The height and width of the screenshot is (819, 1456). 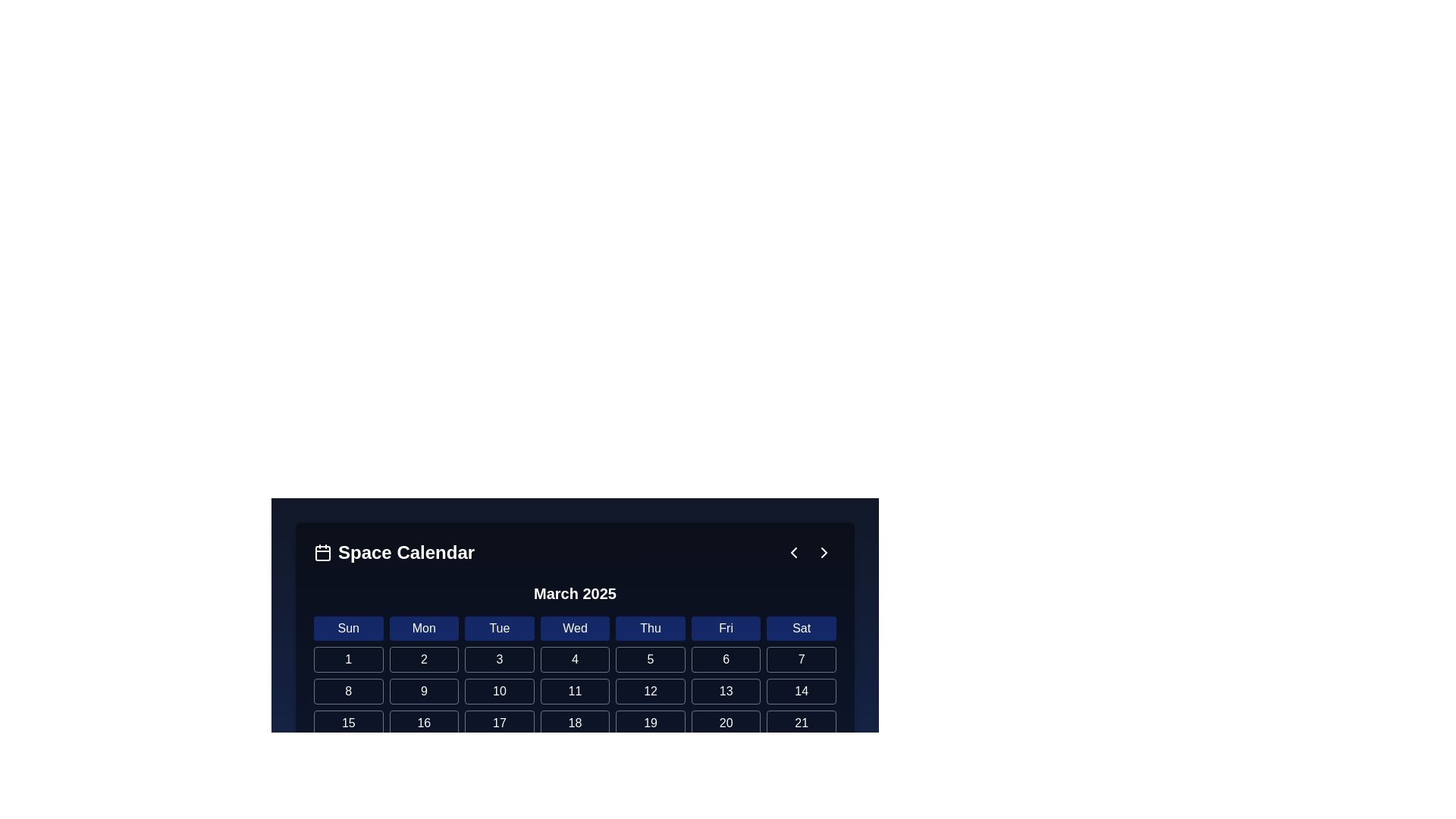 I want to click on or highlight the date represented by the 29th day cell in the calendar, located in the last row and first column beneath the 'Sun' column, so click(x=347, y=786).